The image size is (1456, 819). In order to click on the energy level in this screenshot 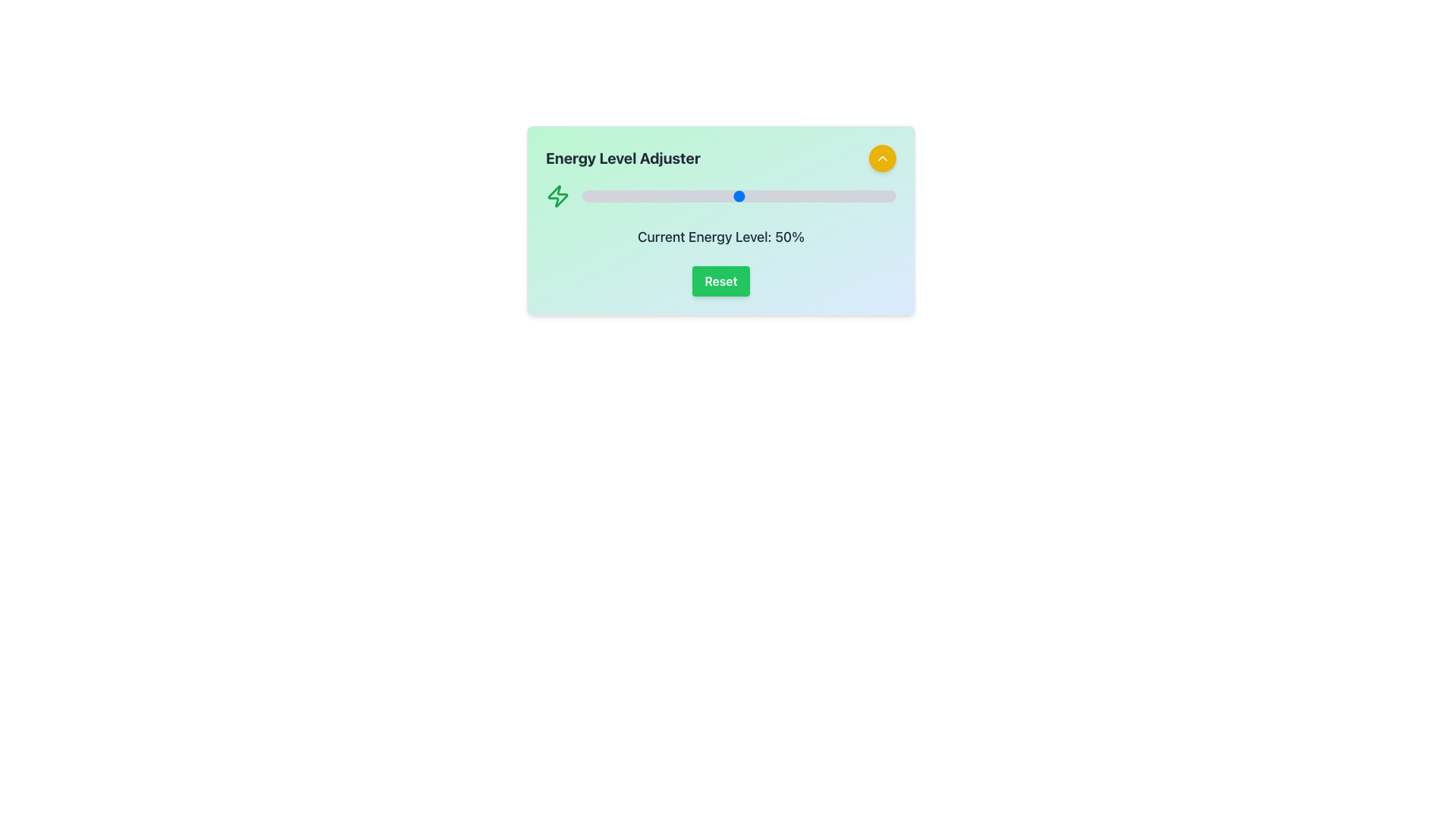, I will do `click(723, 195)`.